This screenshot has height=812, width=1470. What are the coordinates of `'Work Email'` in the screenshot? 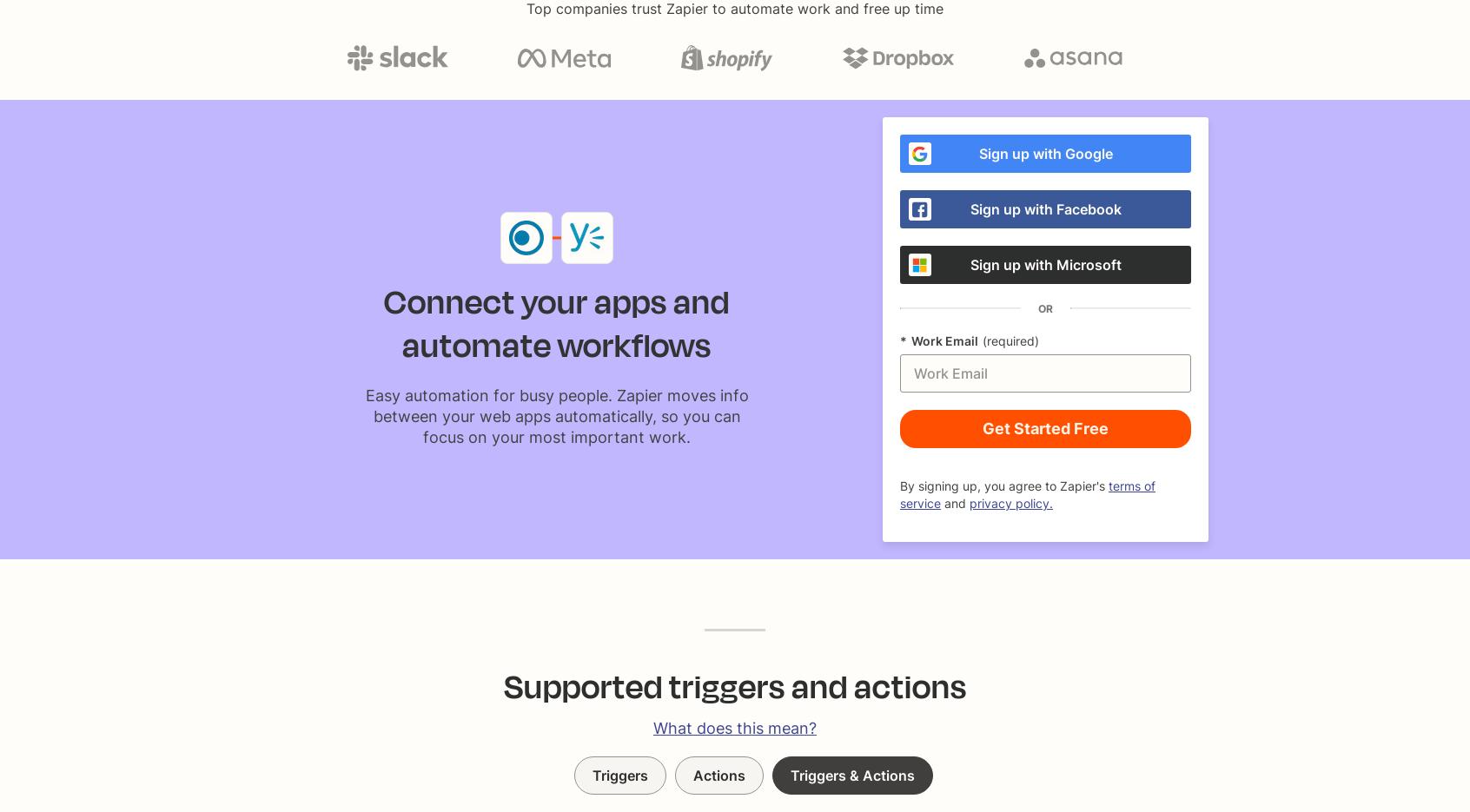 It's located at (944, 340).